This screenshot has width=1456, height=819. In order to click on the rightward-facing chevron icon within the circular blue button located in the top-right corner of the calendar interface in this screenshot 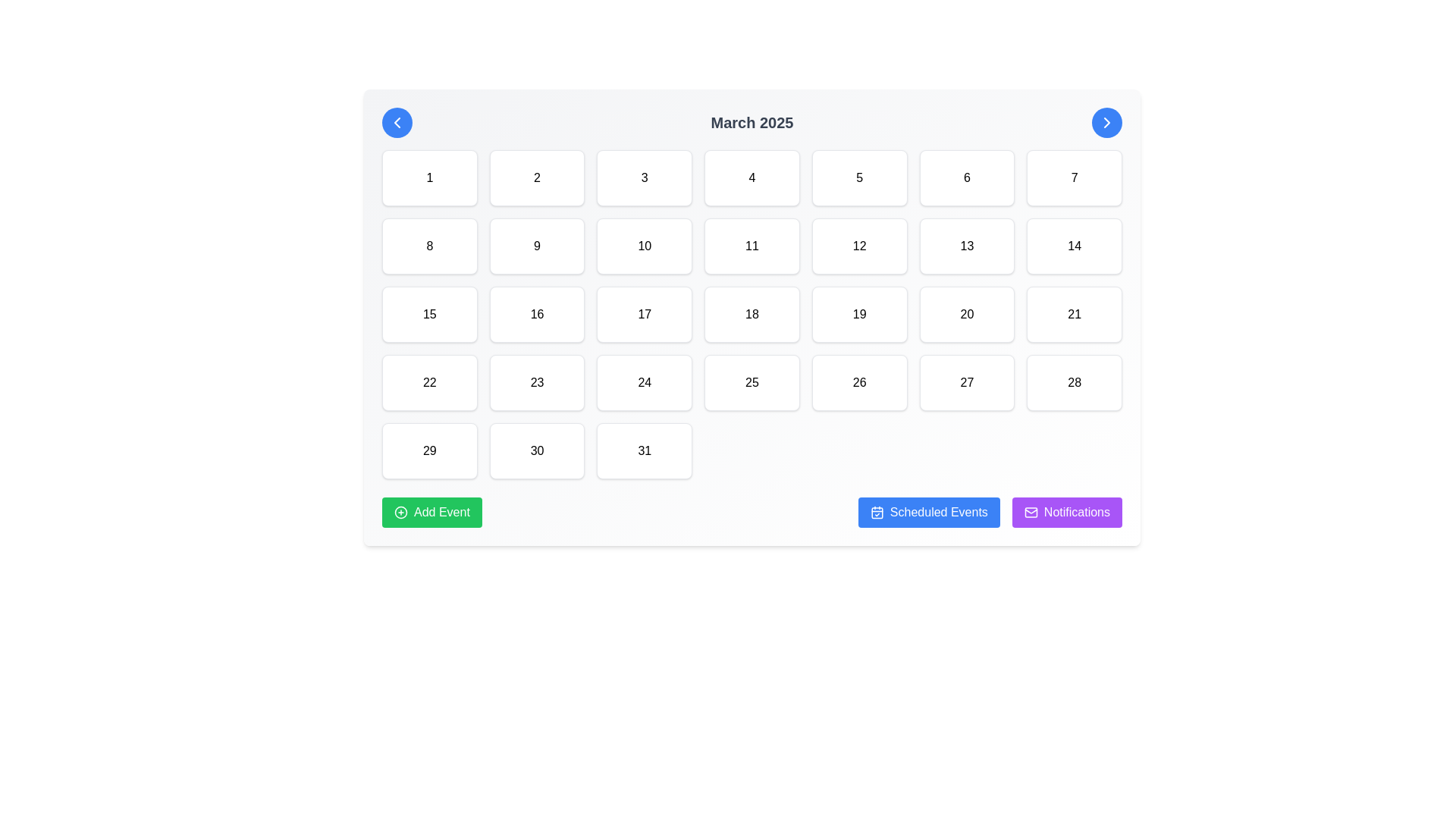, I will do `click(1106, 122)`.